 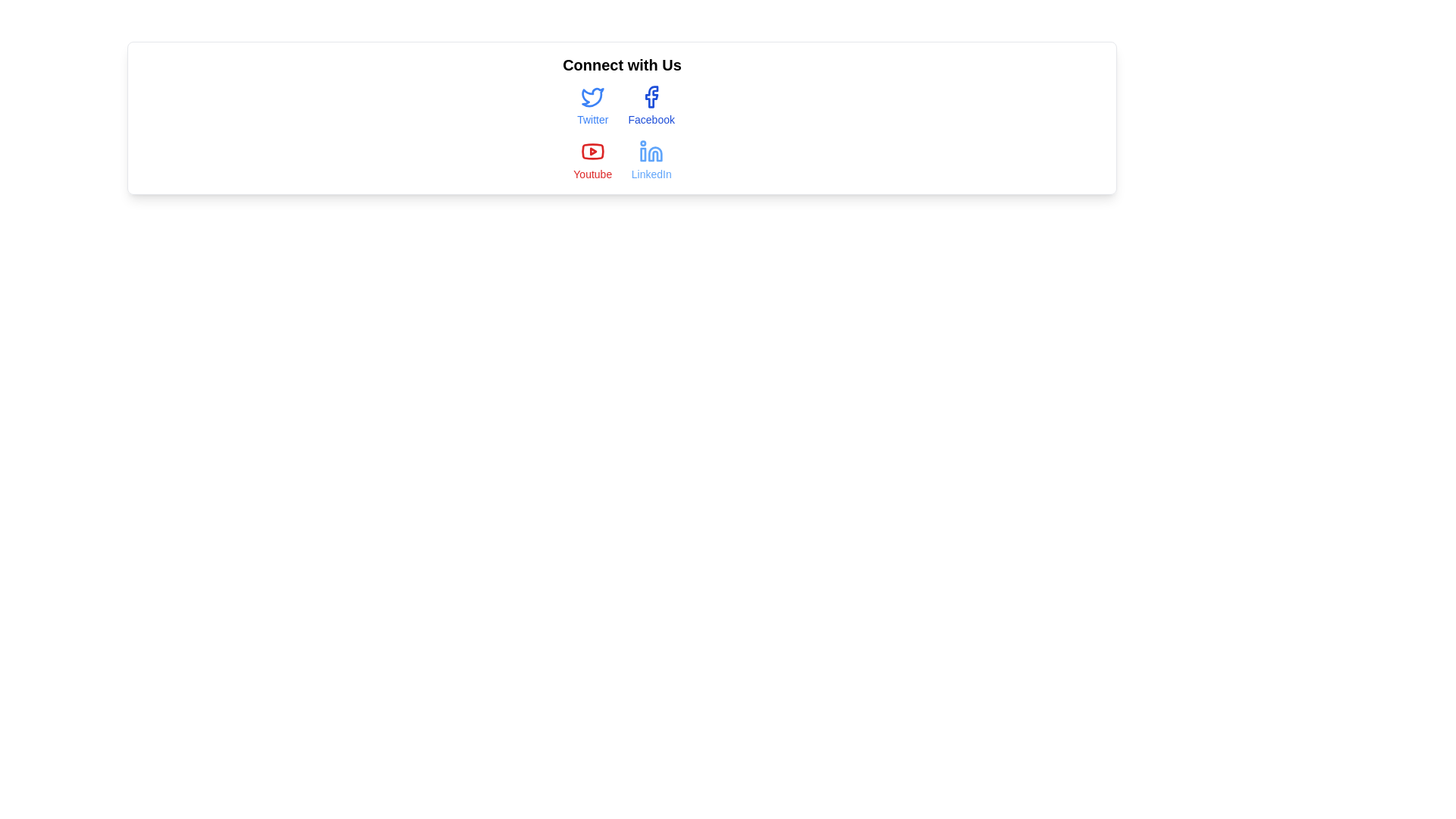 What do you see at coordinates (591, 105) in the screenshot?
I see `the Twitter hyperlink button with an icon and label, which features a blue Twitter logo and the text 'Twitter' below it` at bounding box center [591, 105].